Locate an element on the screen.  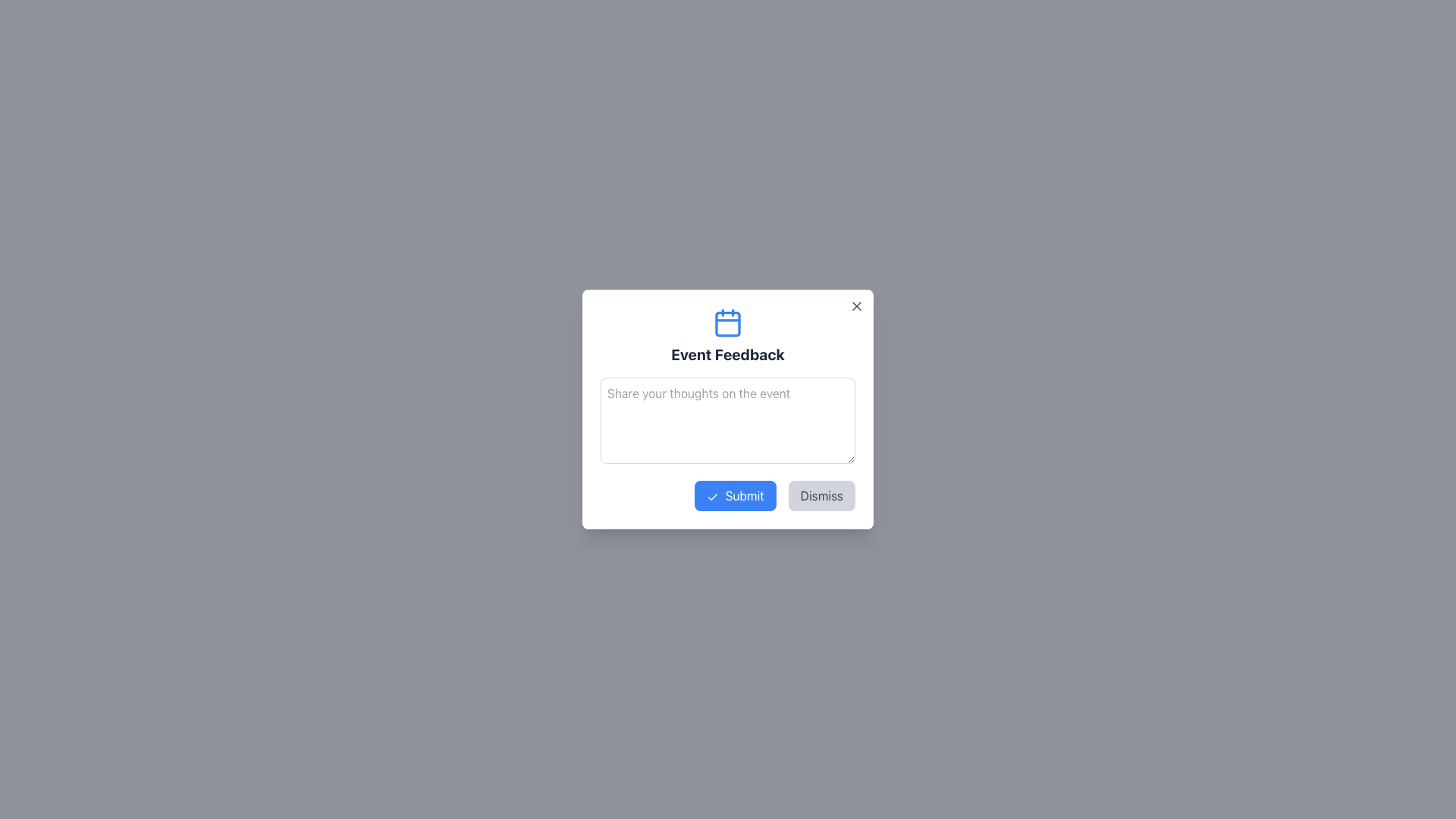
the small square button with an 'X' icon in dark gray color located at the top-right corner of the 'Event Feedback' modal is located at coordinates (856, 306).